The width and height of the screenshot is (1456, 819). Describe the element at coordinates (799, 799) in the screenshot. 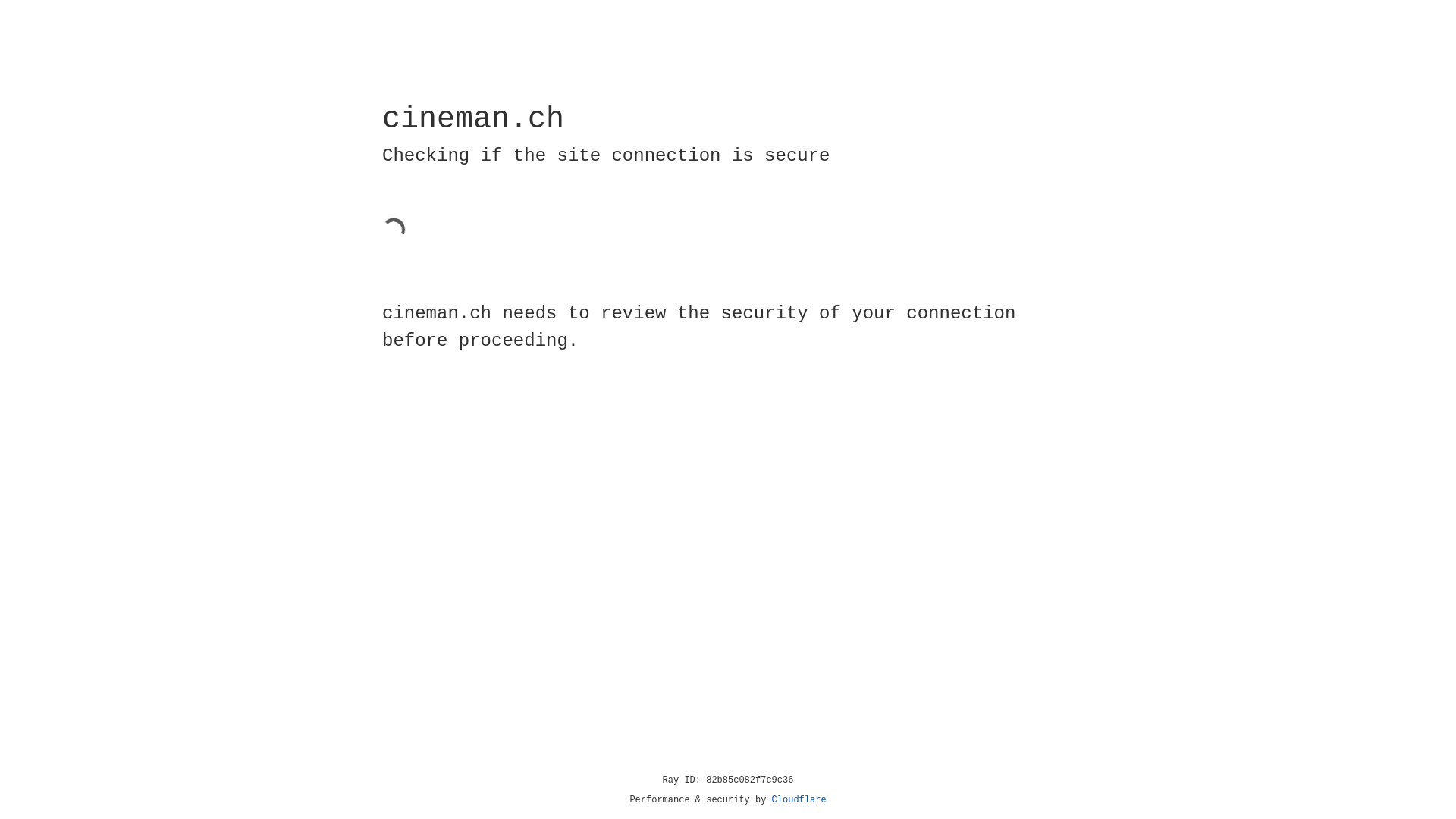

I see `'Cloudflare'` at that location.